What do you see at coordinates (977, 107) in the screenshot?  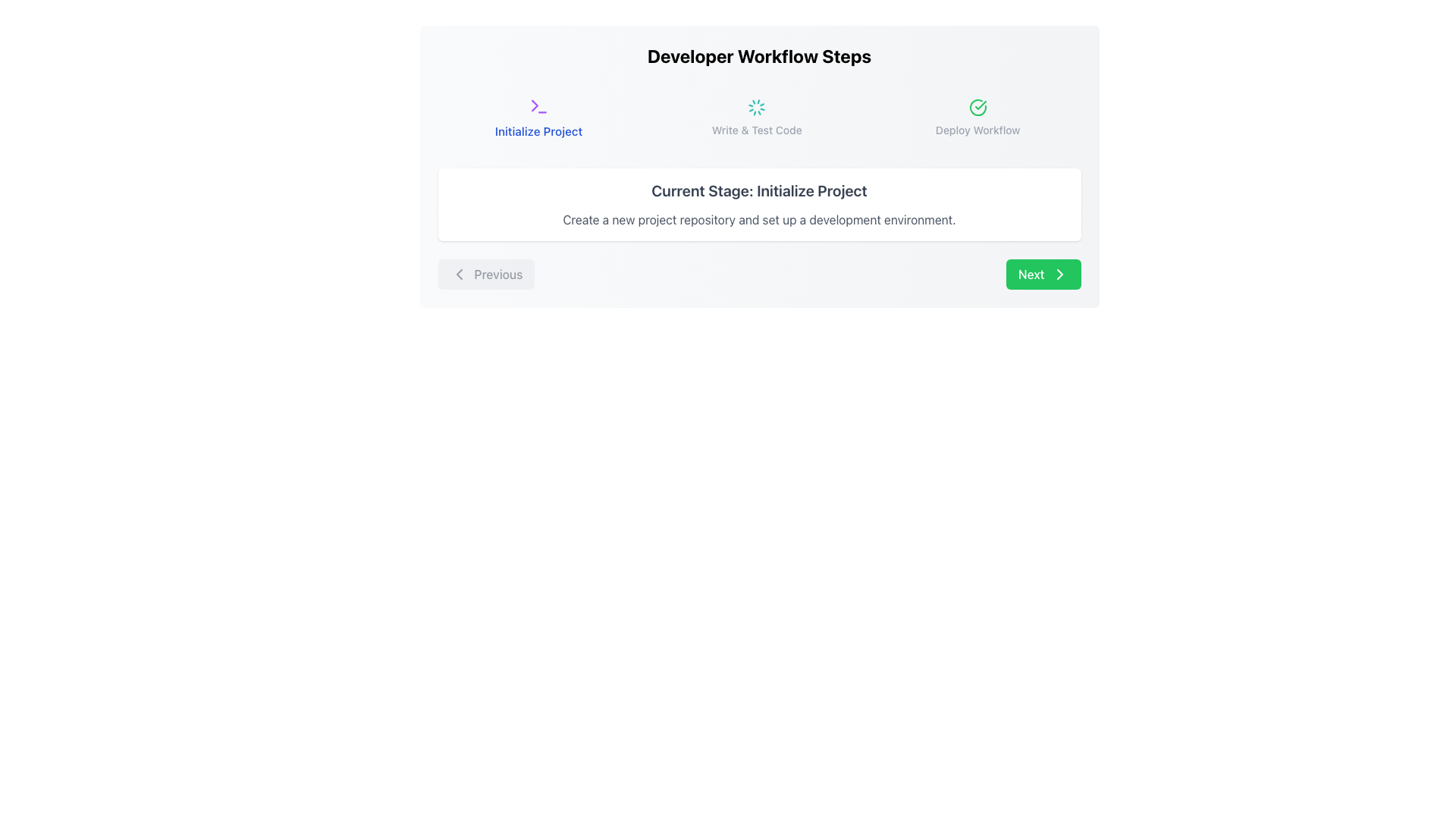 I see `the success icon indicating completion of the 'Deploy Workflow' step` at bounding box center [977, 107].